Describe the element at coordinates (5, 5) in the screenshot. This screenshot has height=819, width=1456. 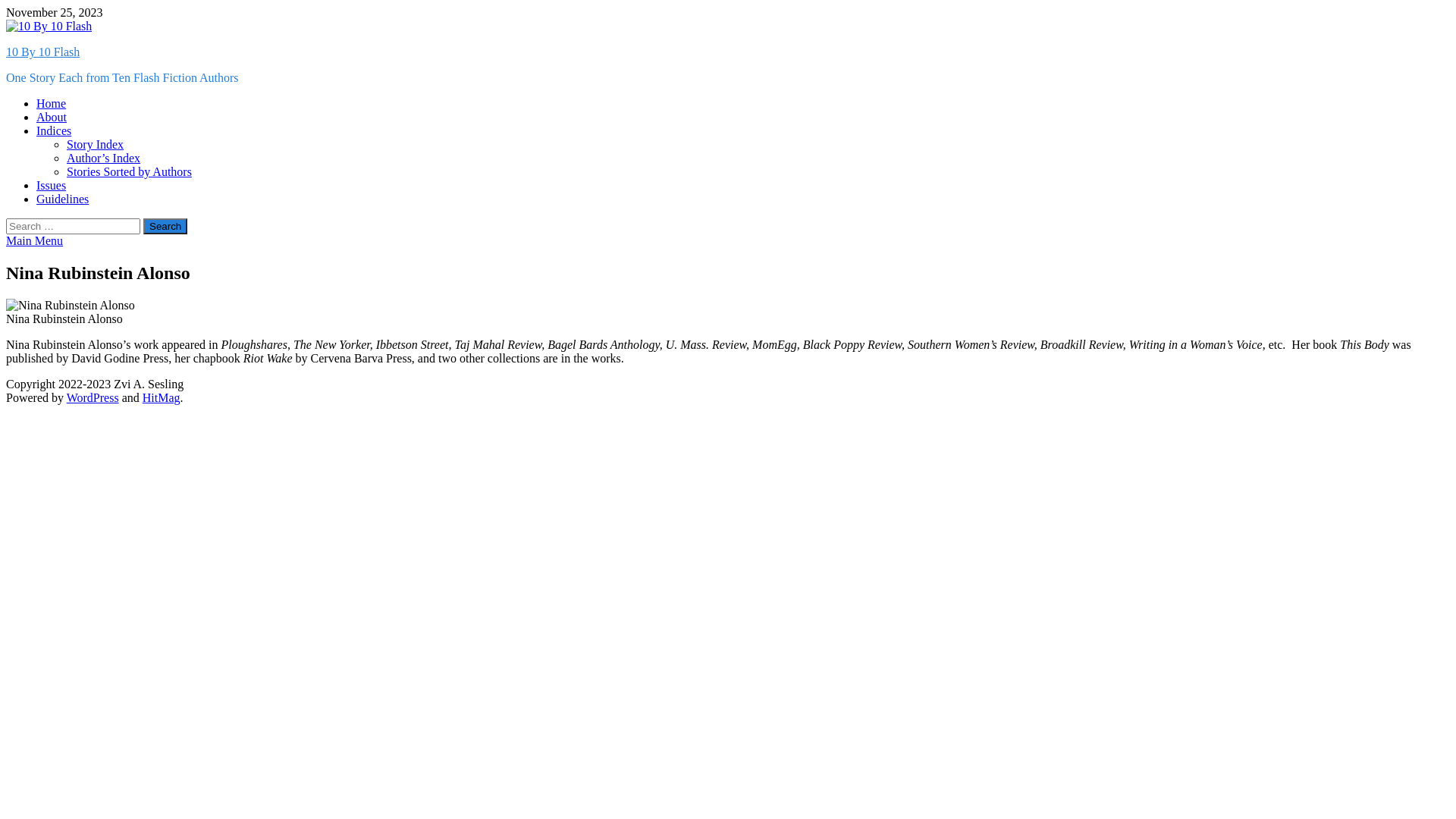
I see `'Skip to content'` at that location.